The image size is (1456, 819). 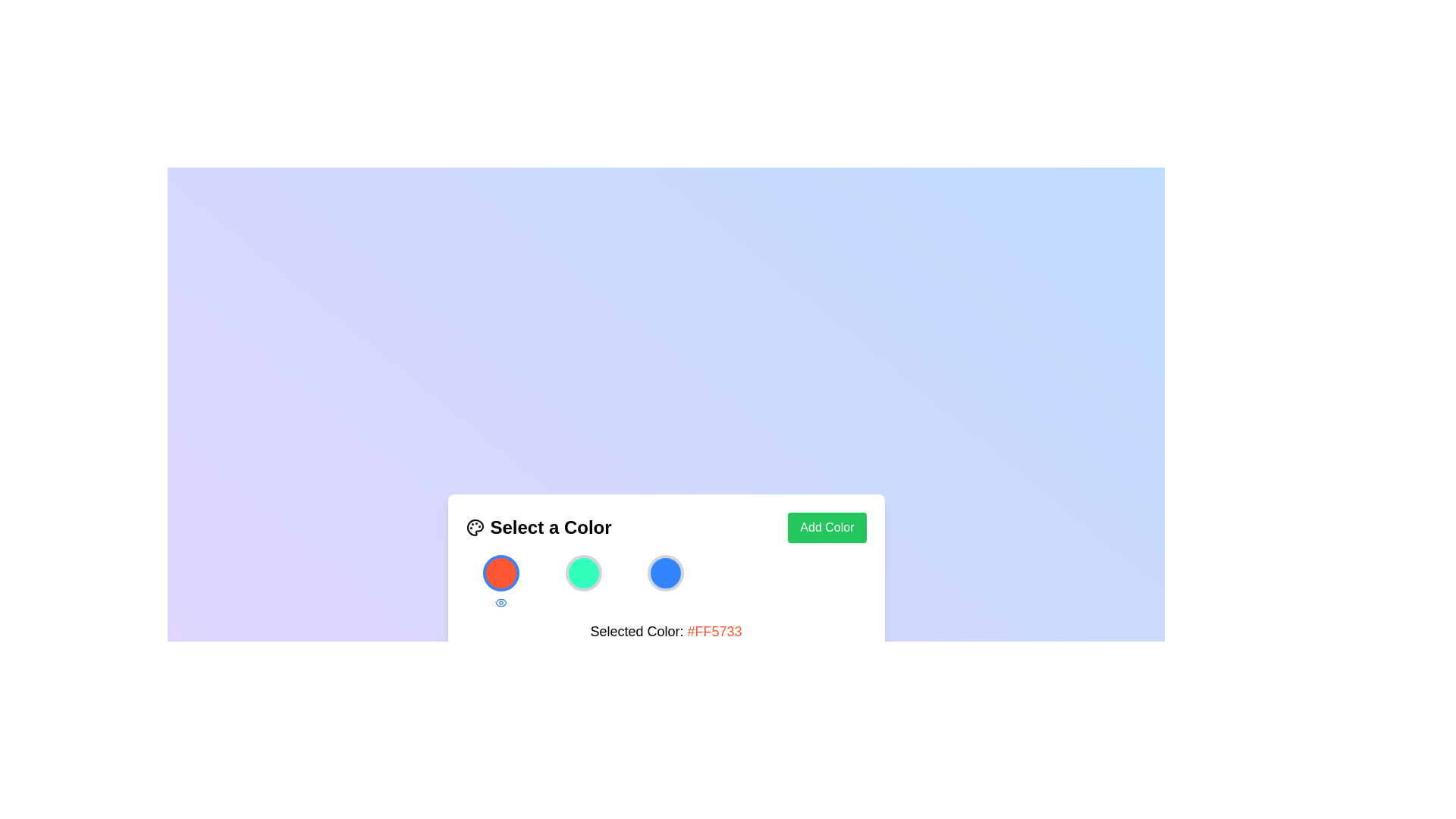 I want to click on the circular green button with a gray border located in the second column of a 5-column grid layout, so click(x=582, y=581).